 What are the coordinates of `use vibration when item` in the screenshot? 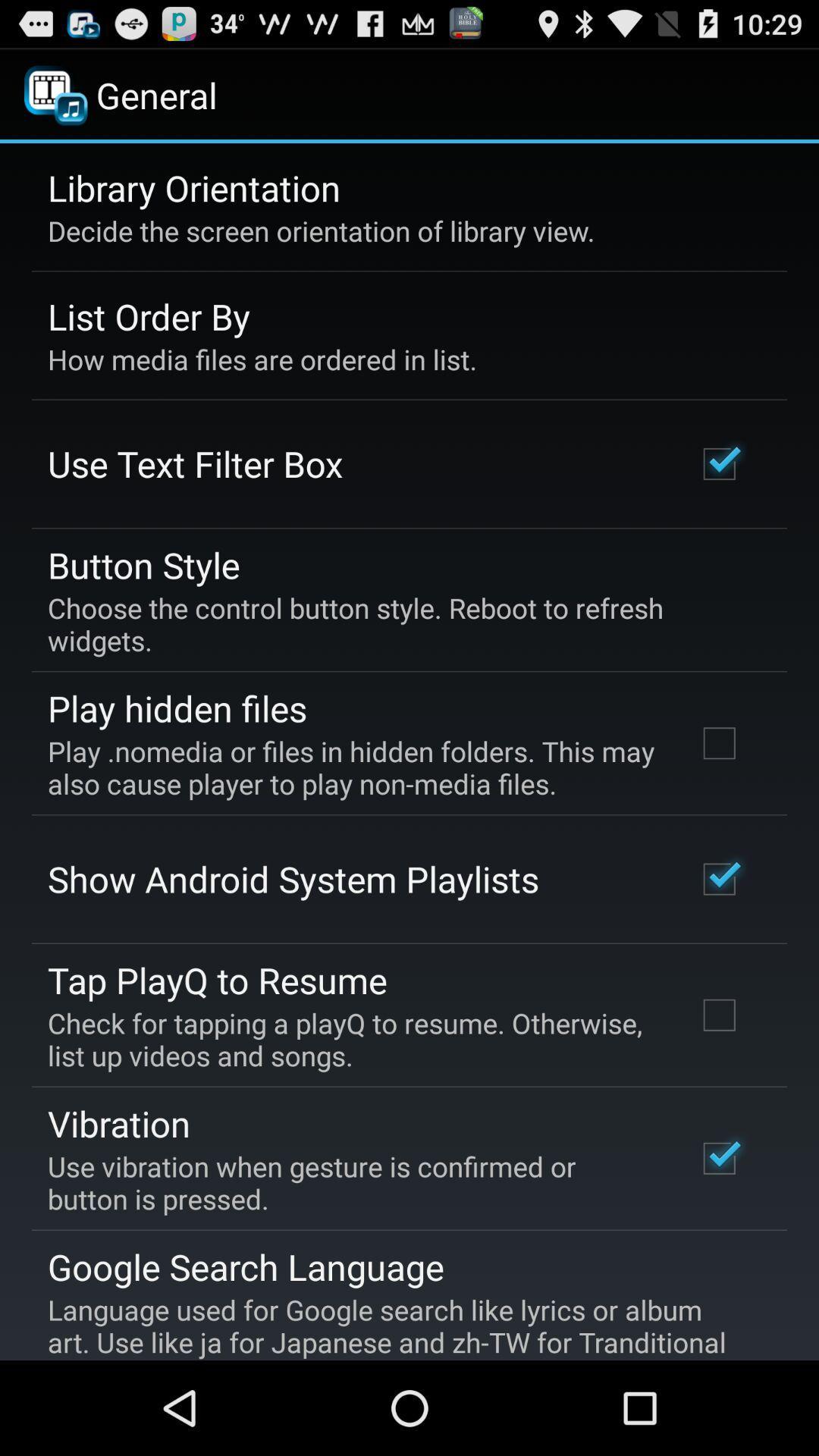 It's located at (351, 1181).